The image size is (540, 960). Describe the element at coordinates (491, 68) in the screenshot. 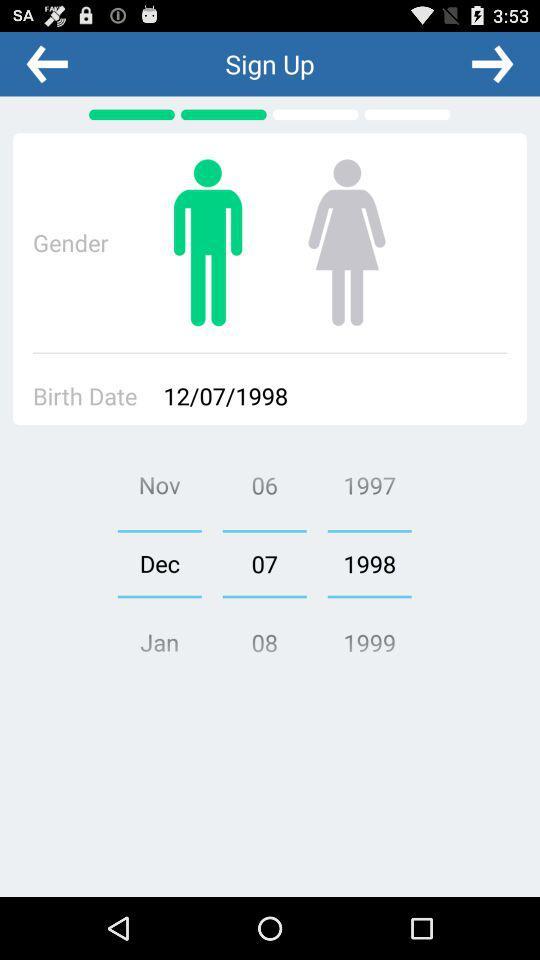

I see `the arrow_forward icon` at that location.